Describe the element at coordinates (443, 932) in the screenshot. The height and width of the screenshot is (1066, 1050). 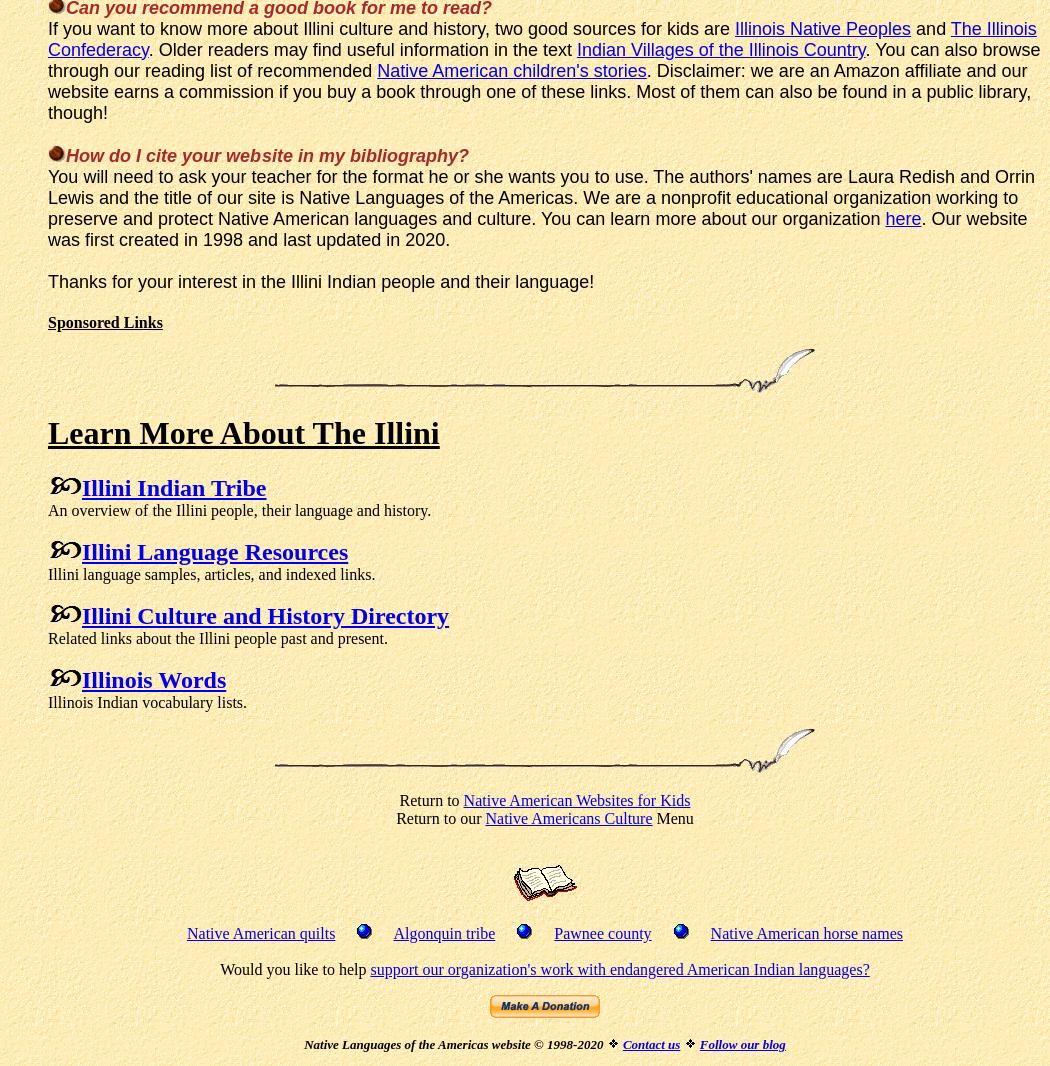
I see `'Algonquin tribe'` at that location.